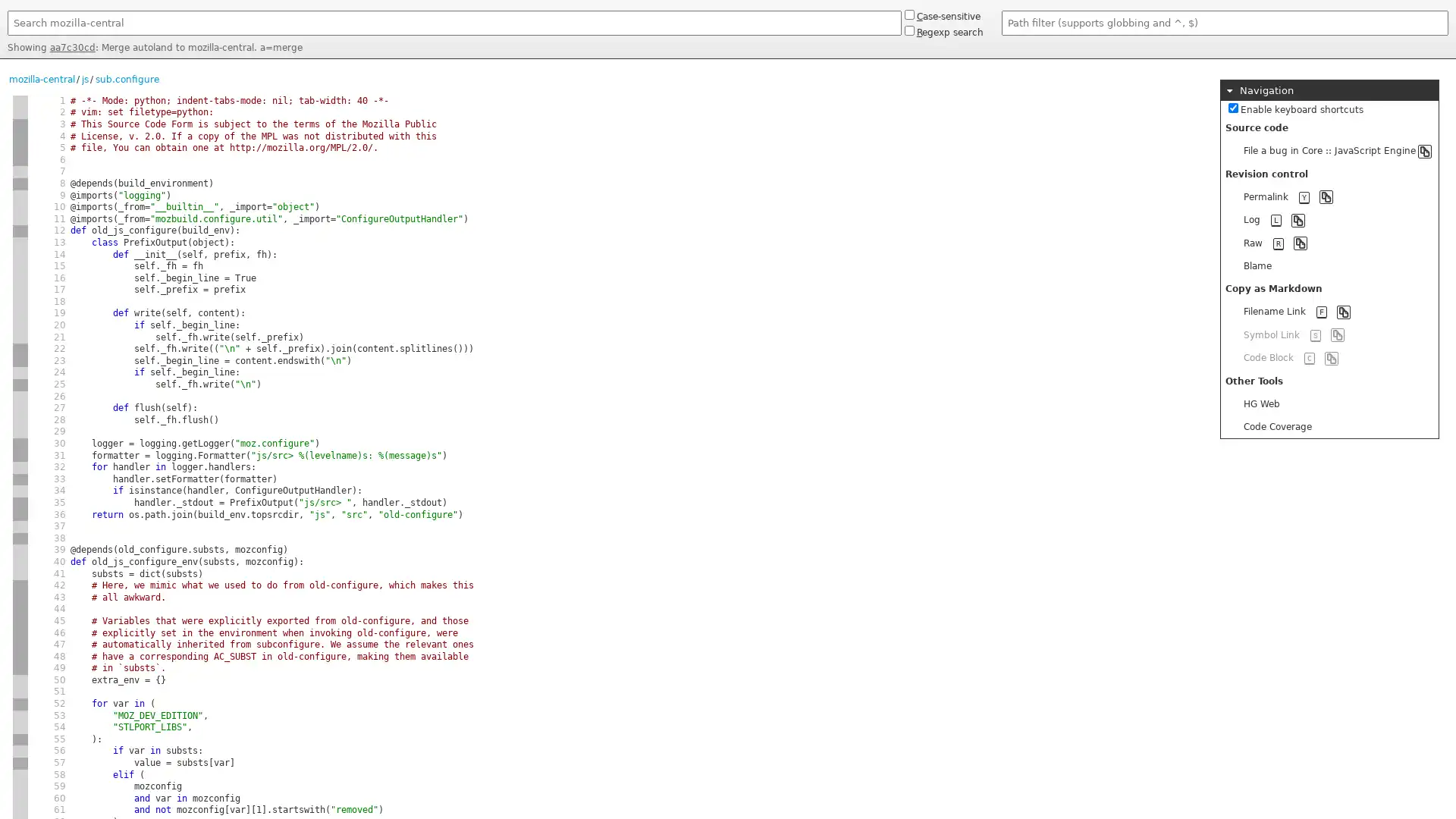  Describe the element at coordinates (20, 148) in the screenshot. I see `same hash 2` at that location.